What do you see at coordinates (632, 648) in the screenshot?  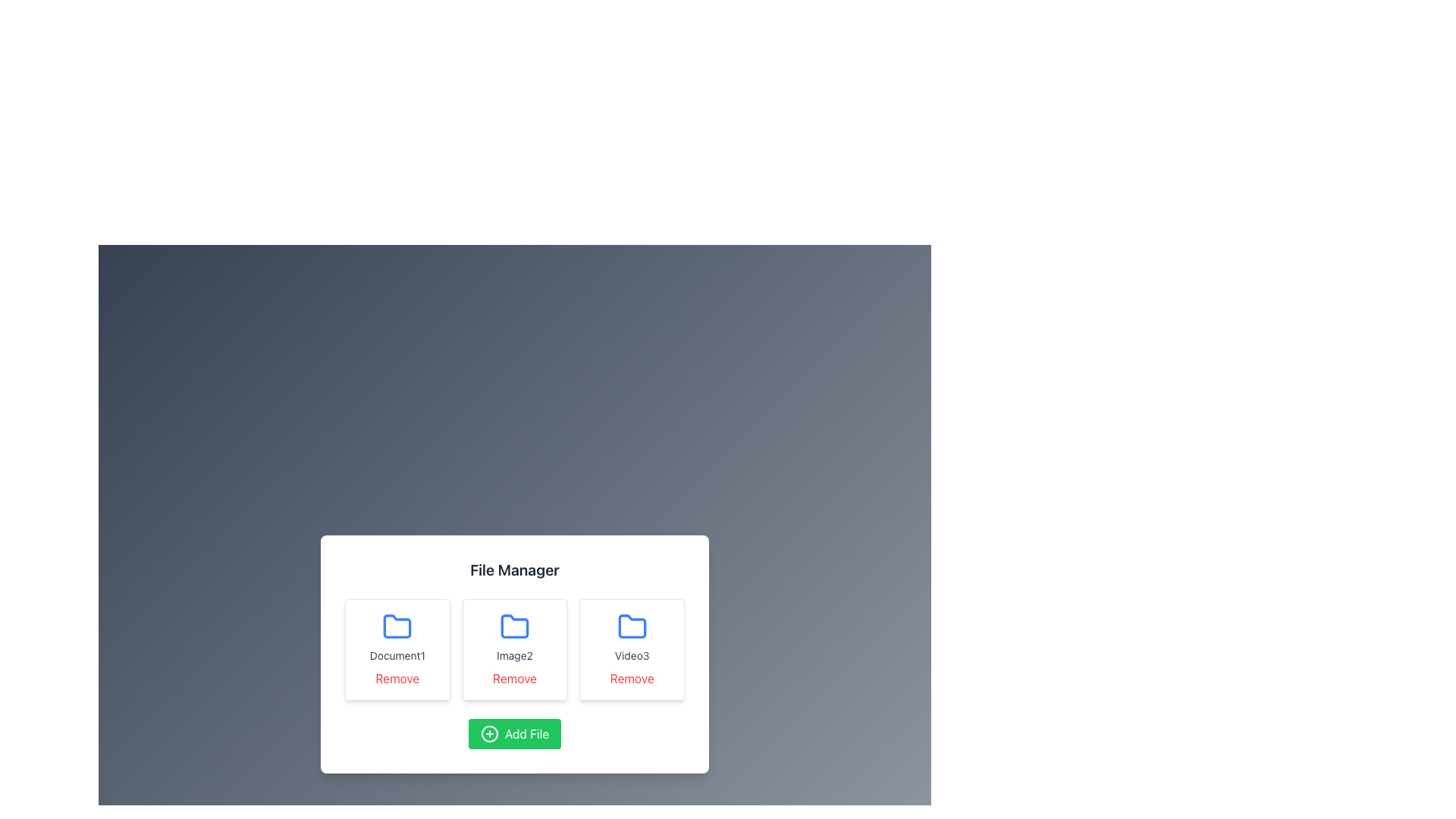 I see `the third card` at bounding box center [632, 648].